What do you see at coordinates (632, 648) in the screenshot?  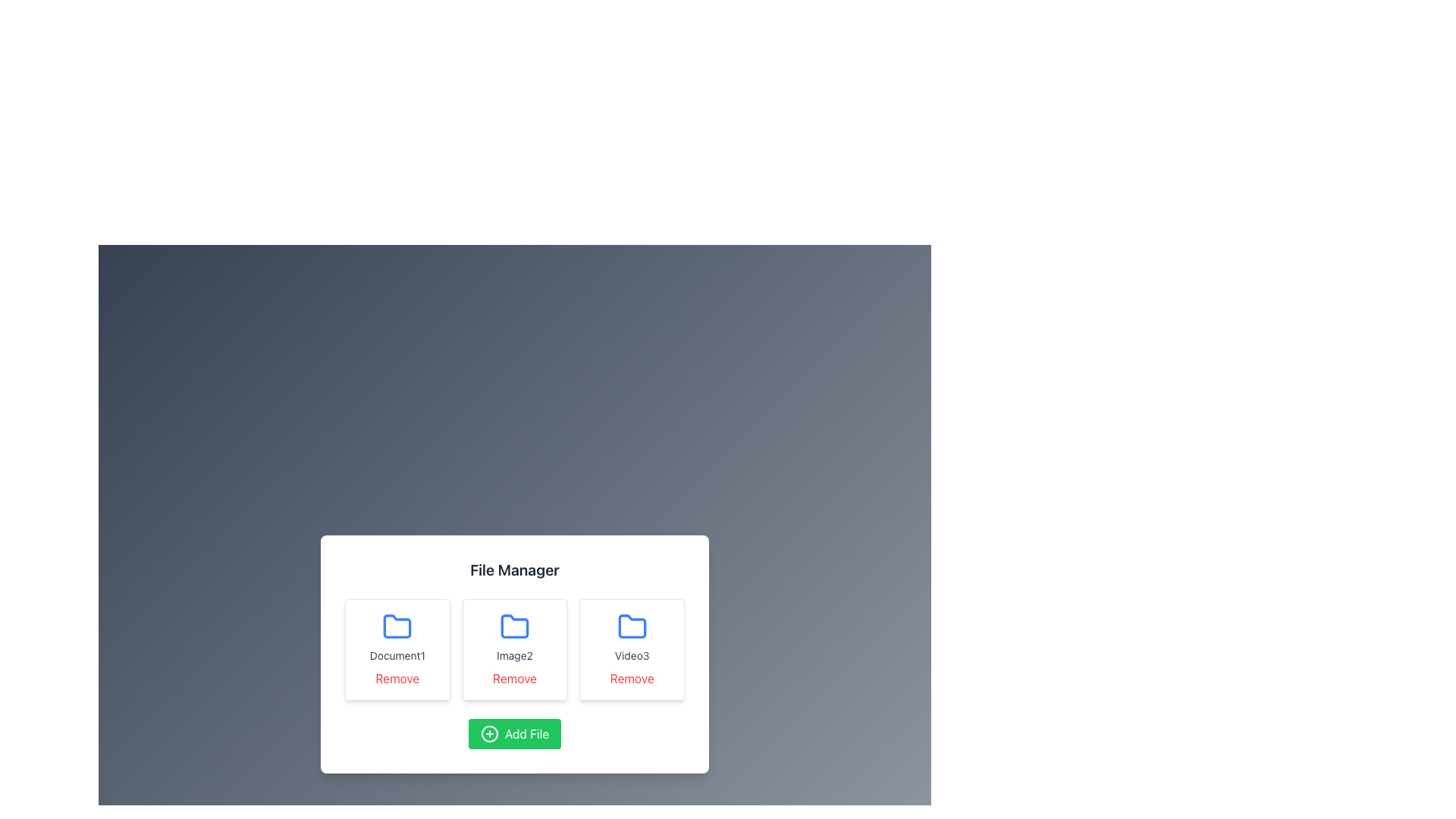 I see `the third card` at bounding box center [632, 648].